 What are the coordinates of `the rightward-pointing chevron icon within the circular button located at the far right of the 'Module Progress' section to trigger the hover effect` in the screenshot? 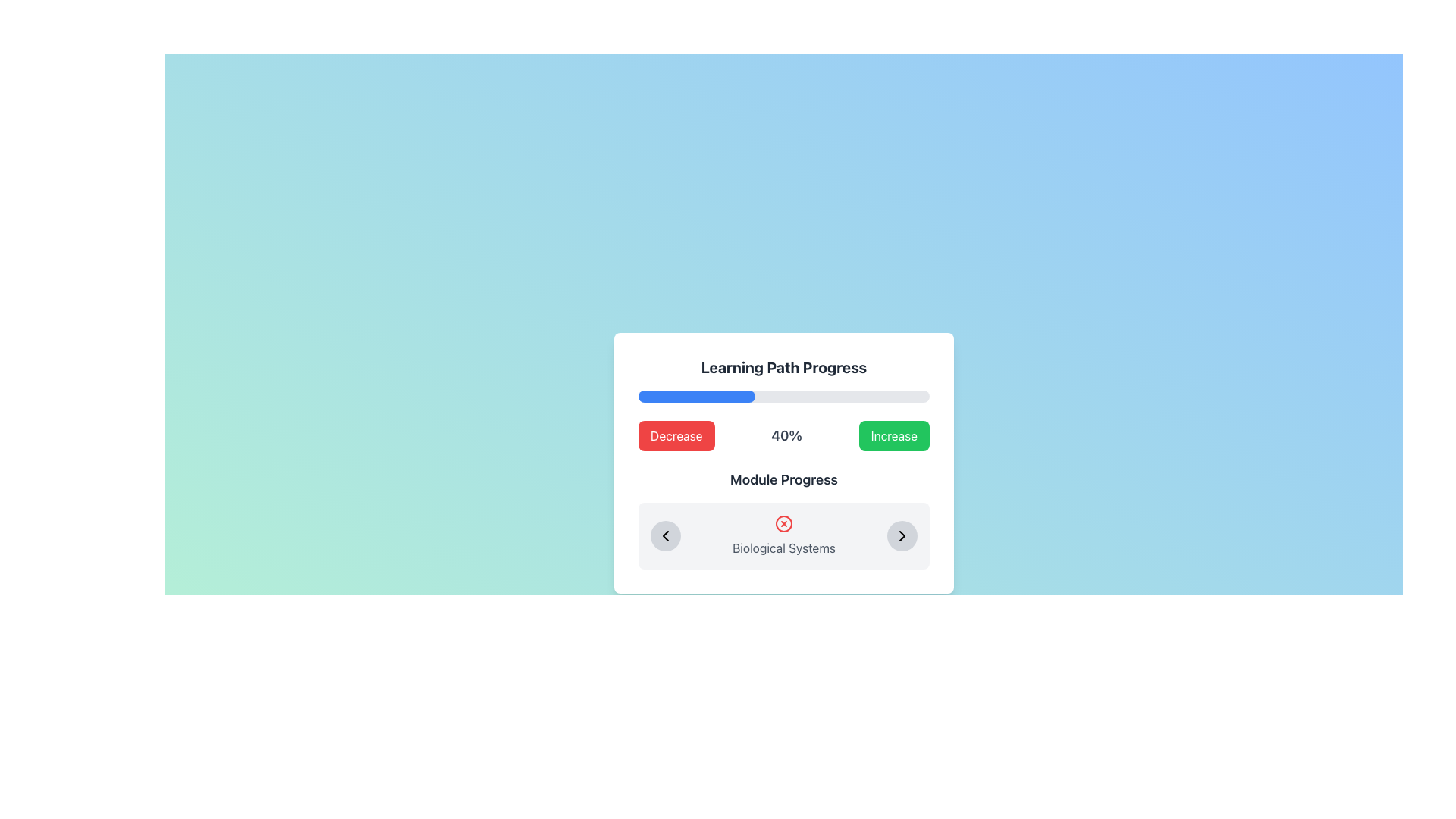 It's located at (902, 535).